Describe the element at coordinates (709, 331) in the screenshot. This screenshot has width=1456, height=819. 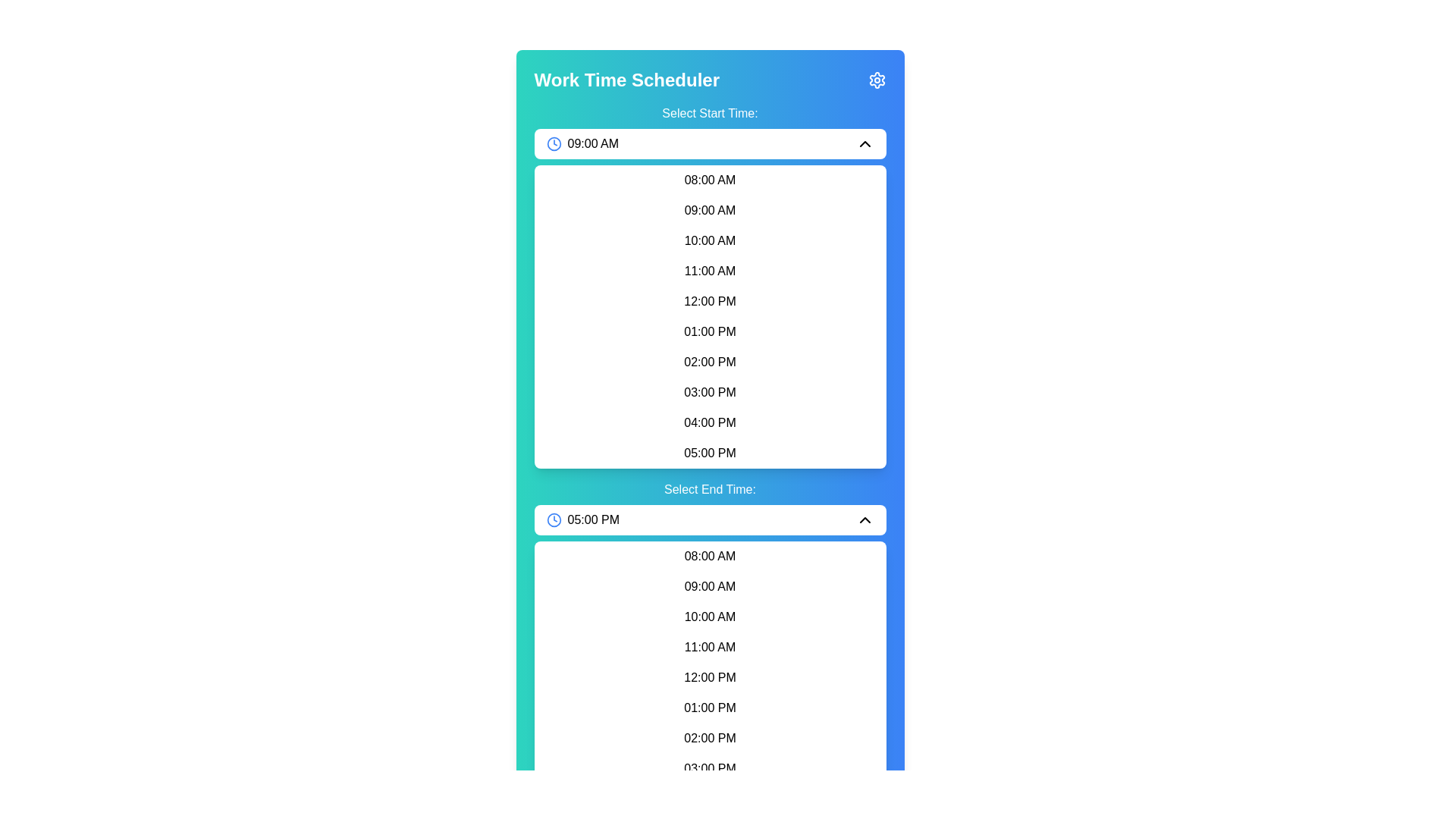
I see `the static text element displaying '01:00 PM' which is the sixth item in a vertically aligned list of time options in the 'Work Time Scheduler' interface` at that location.